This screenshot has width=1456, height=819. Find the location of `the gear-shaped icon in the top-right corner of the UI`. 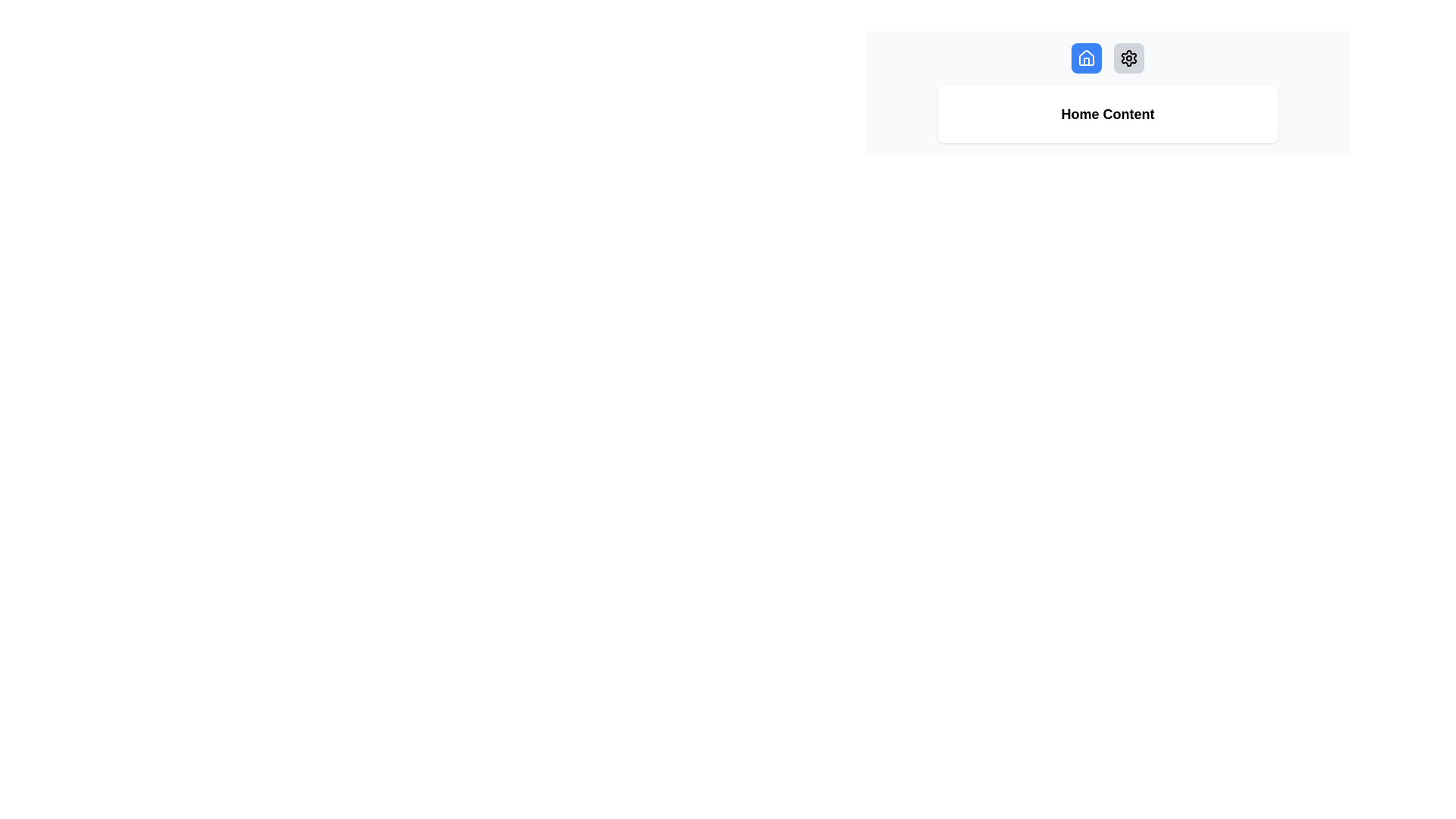

the gear-shaped icon in the top-right corner of the UI is located at coordinates (1128, 58).